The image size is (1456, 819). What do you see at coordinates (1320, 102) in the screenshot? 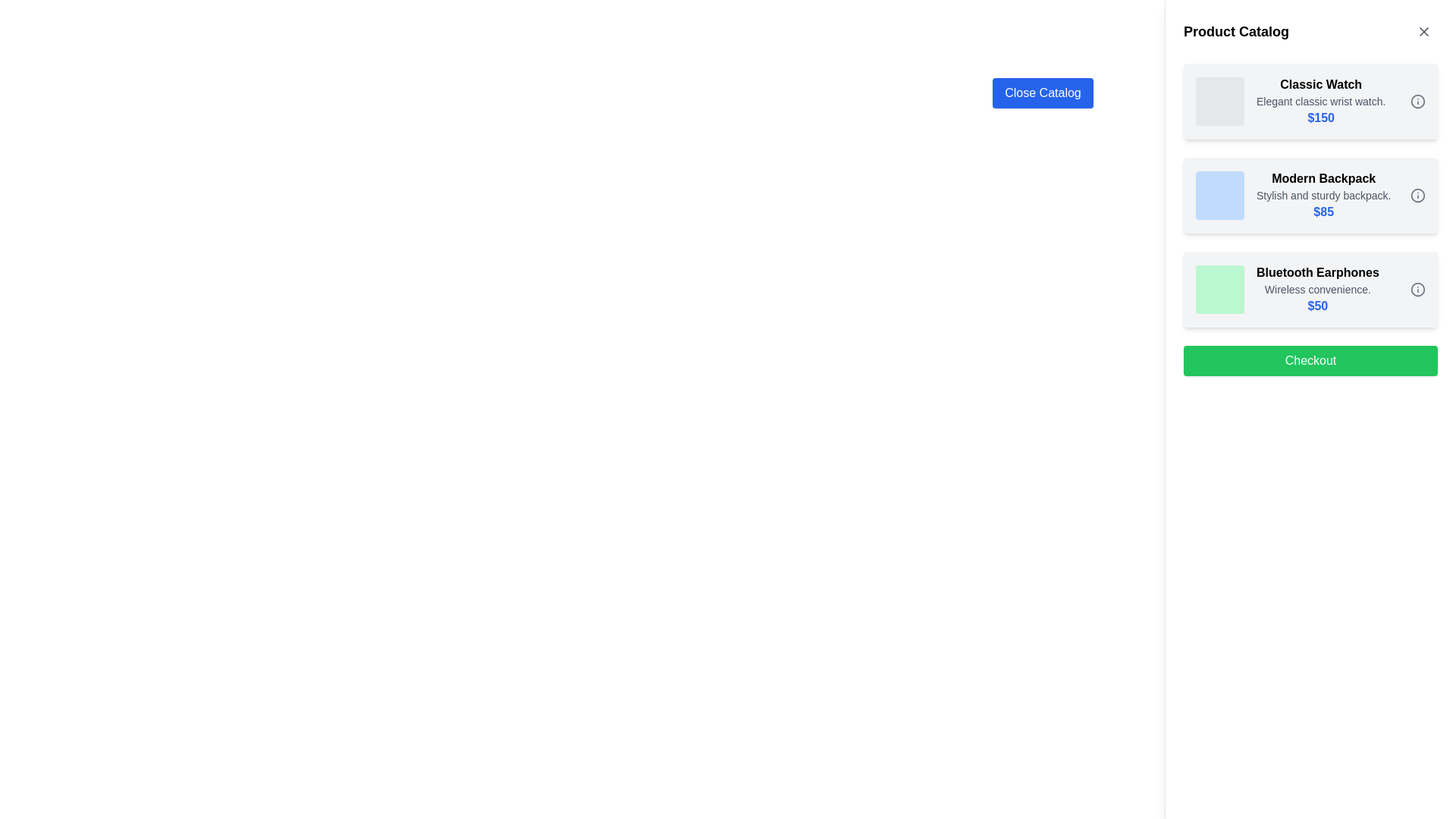
I see `text from the Text block displaying 'Classic Watch' with the description 'Elegant classic wrist watch.' and the price '$150' in bold blue text, located in the first product card of the sidebar layout` at bounding box center [1320, 102].